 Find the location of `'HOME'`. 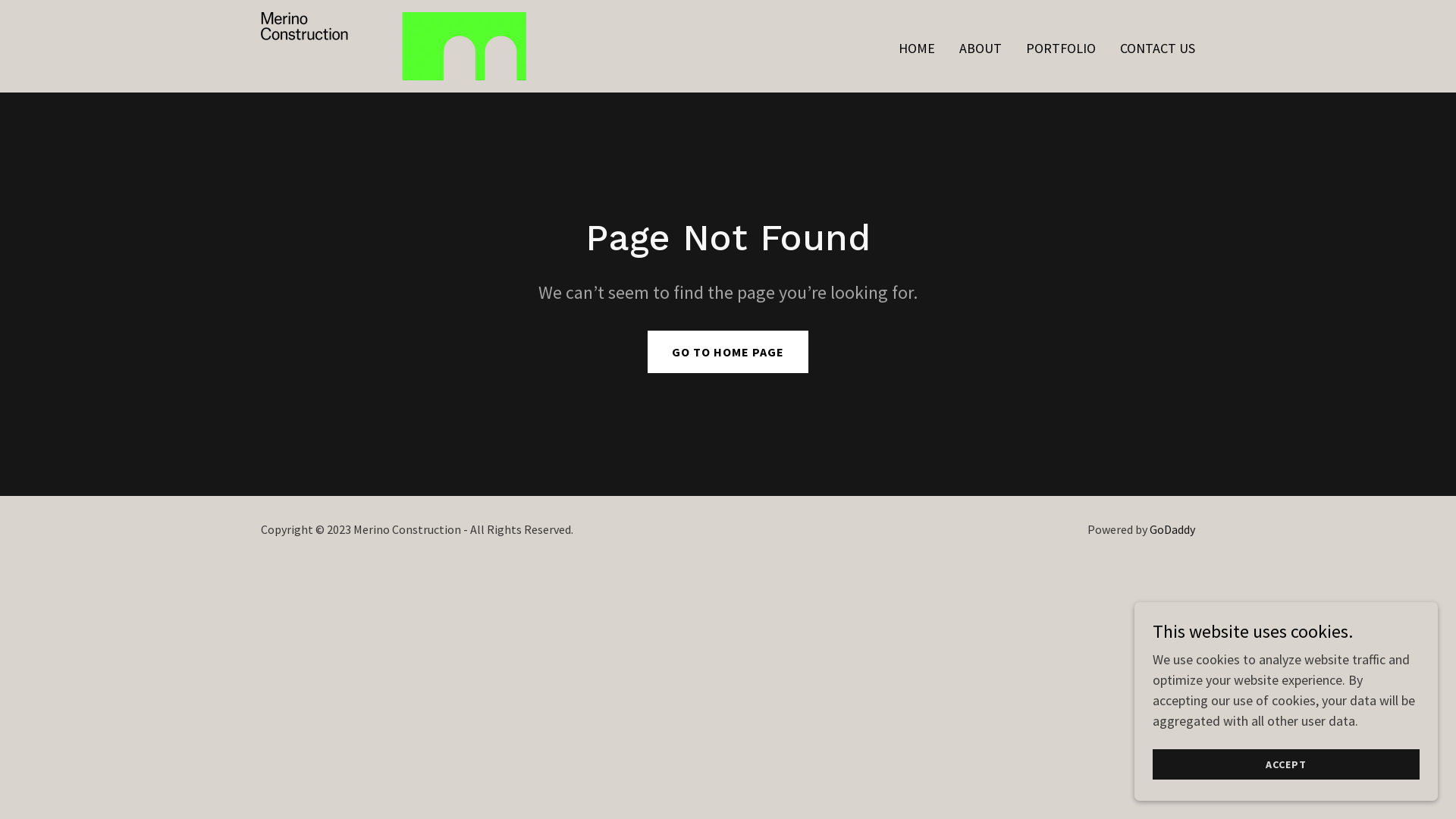

'HOME' is located at coordinates (916, 48).